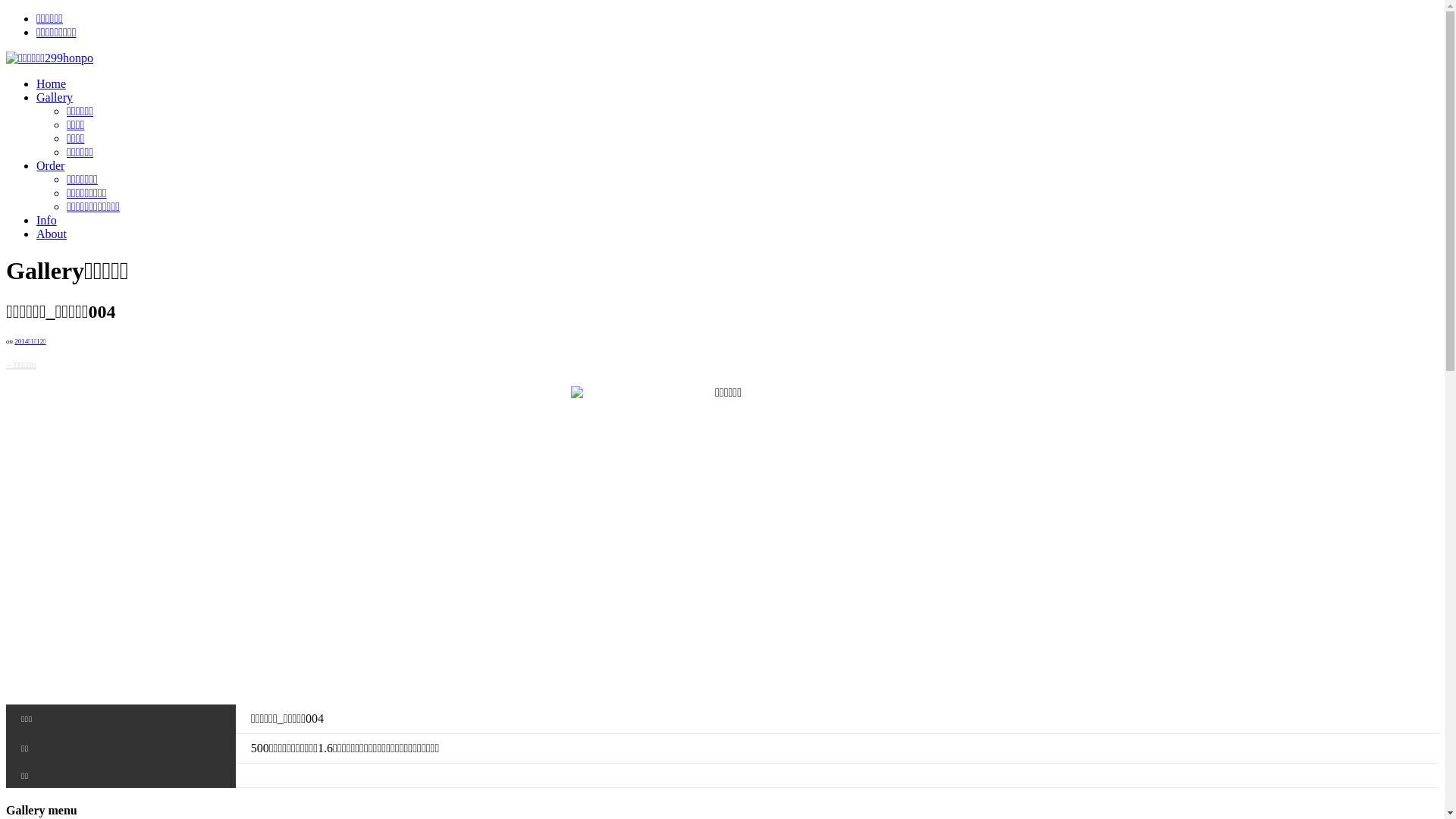  What do you see at coordinates (36, 234) in the screenshot?
I see `'About'` at bounding box center [36, 234].